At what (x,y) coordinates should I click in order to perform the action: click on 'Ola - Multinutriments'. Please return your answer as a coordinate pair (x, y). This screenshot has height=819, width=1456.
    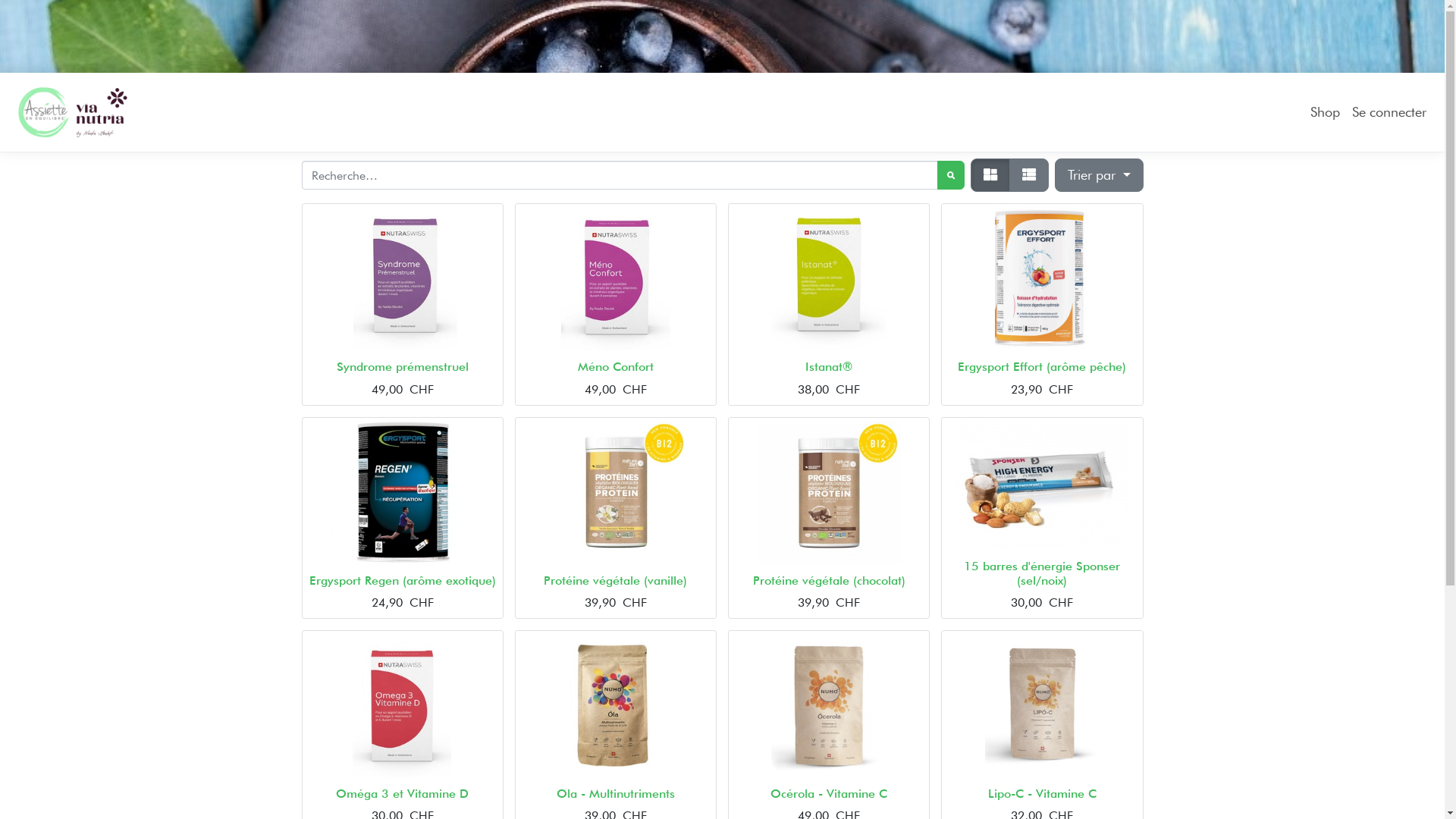
    Looking at the image, I should click on (615, 792).